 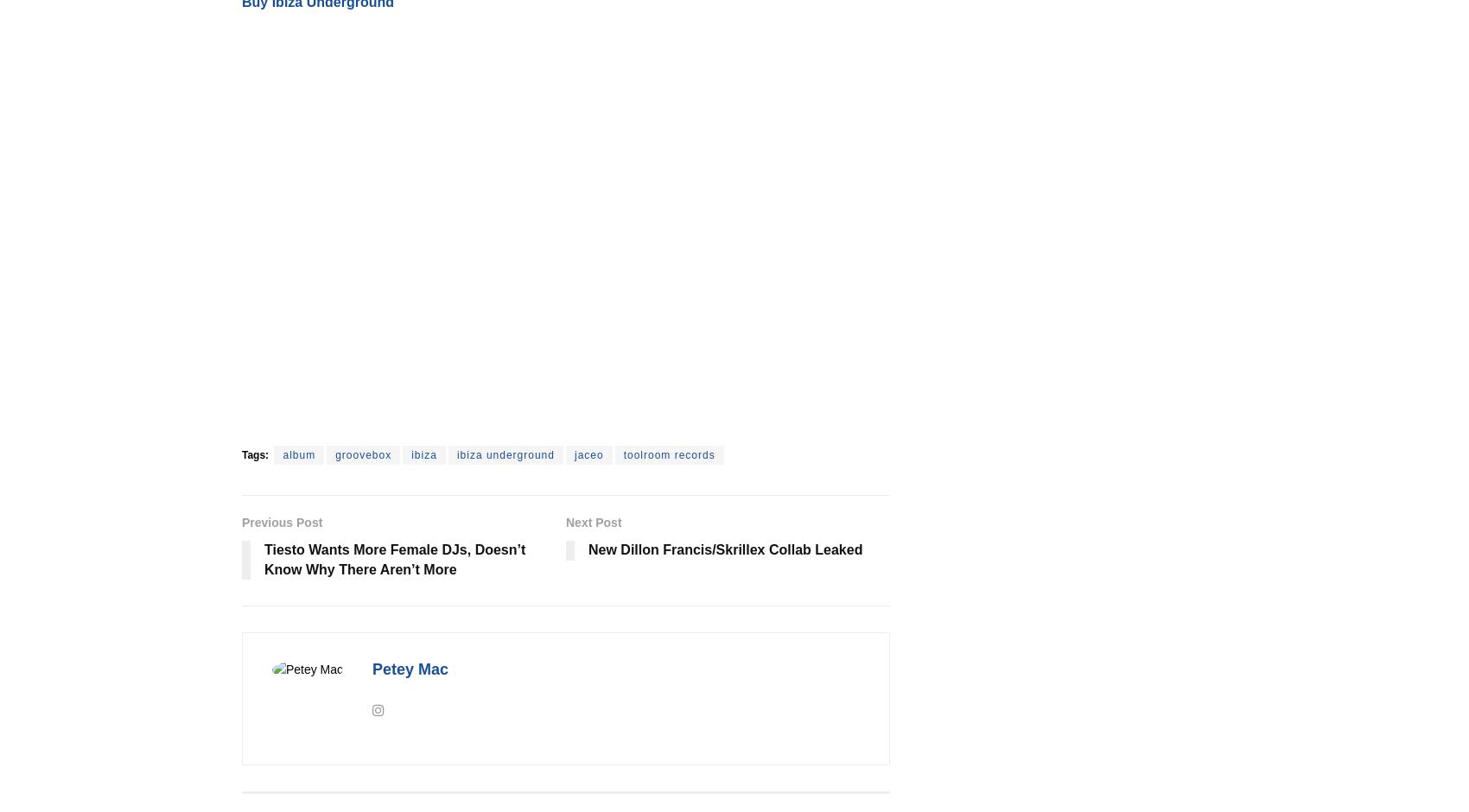 I want to click on 'album', so click(x=297, y=454).